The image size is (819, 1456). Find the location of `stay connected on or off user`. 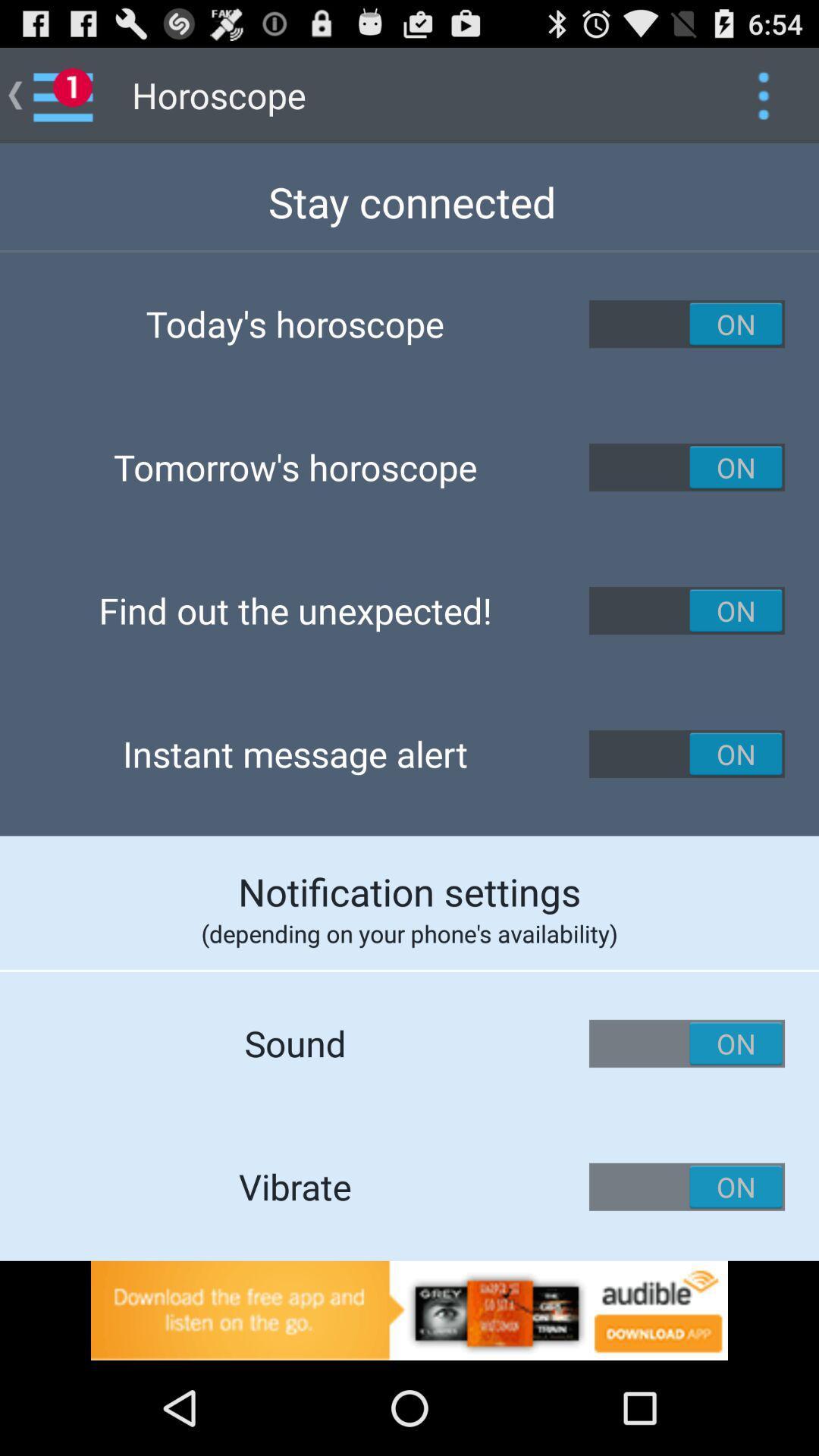

stay connected on or off user is located at coordinates (687, 323).